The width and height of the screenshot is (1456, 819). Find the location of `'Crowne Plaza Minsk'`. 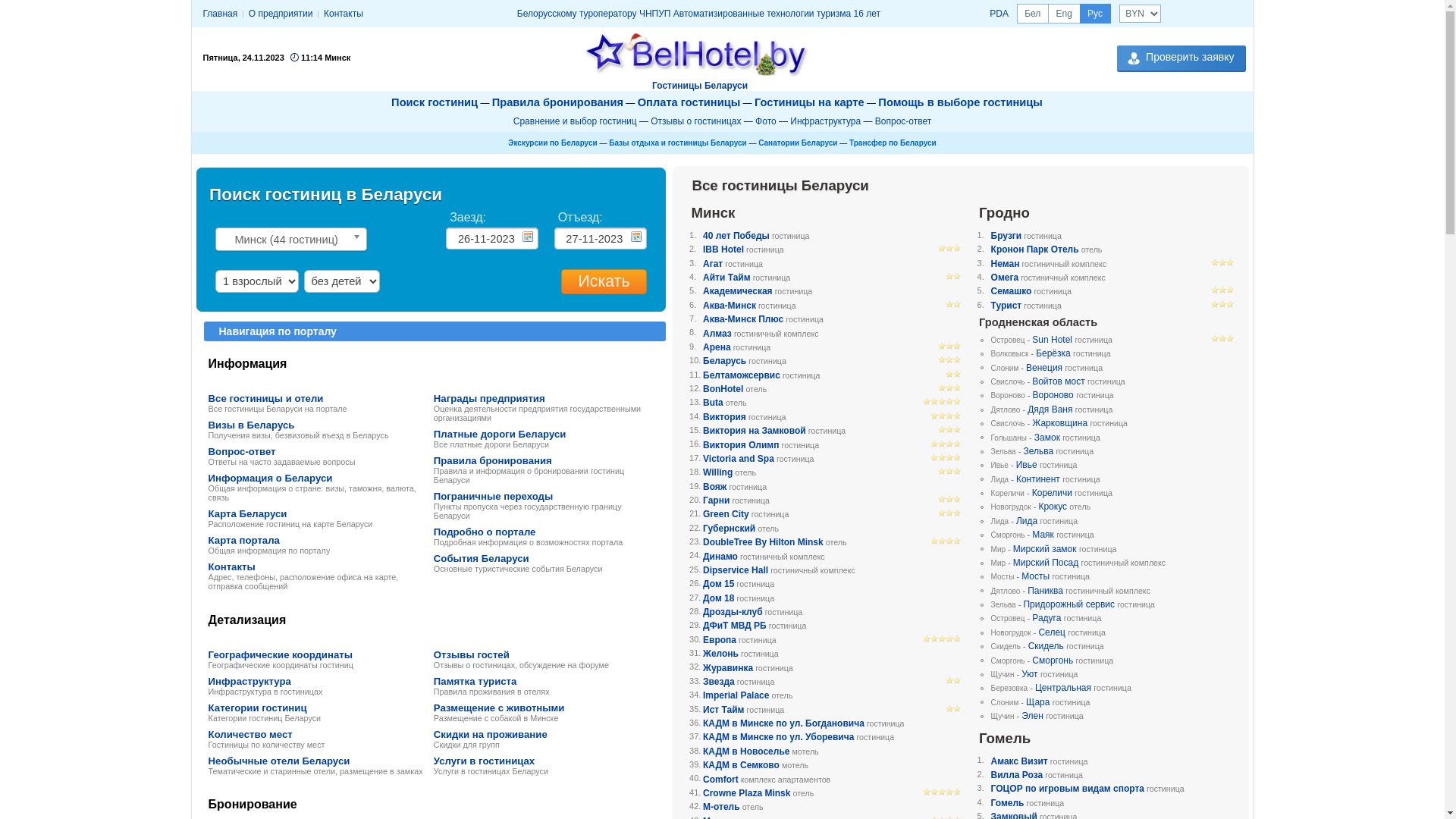

'Crowne Plaza Minsk' is located at coordinates (701, 792).